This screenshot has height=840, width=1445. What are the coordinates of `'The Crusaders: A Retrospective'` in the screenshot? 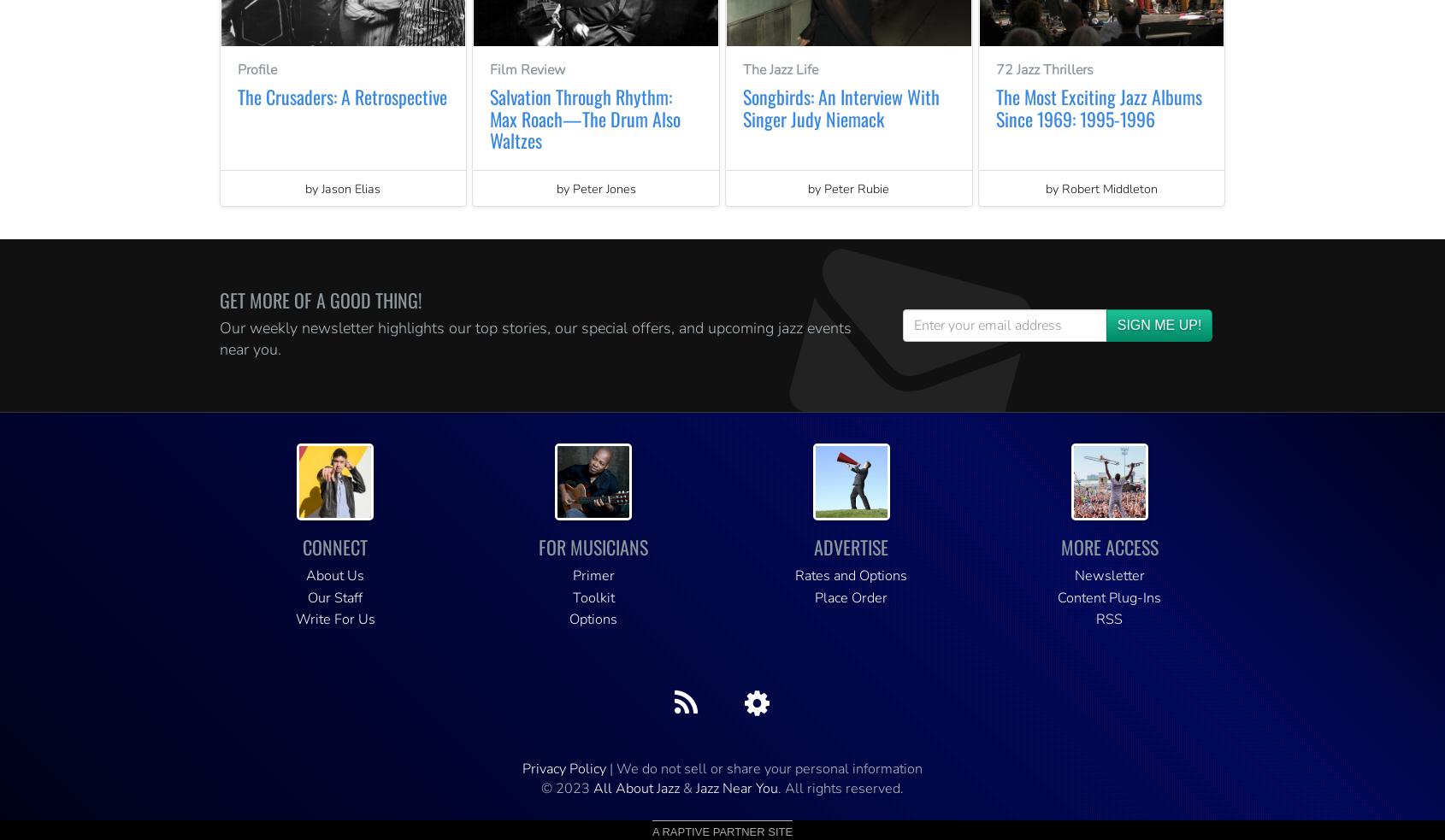 It's located at (340, 94).